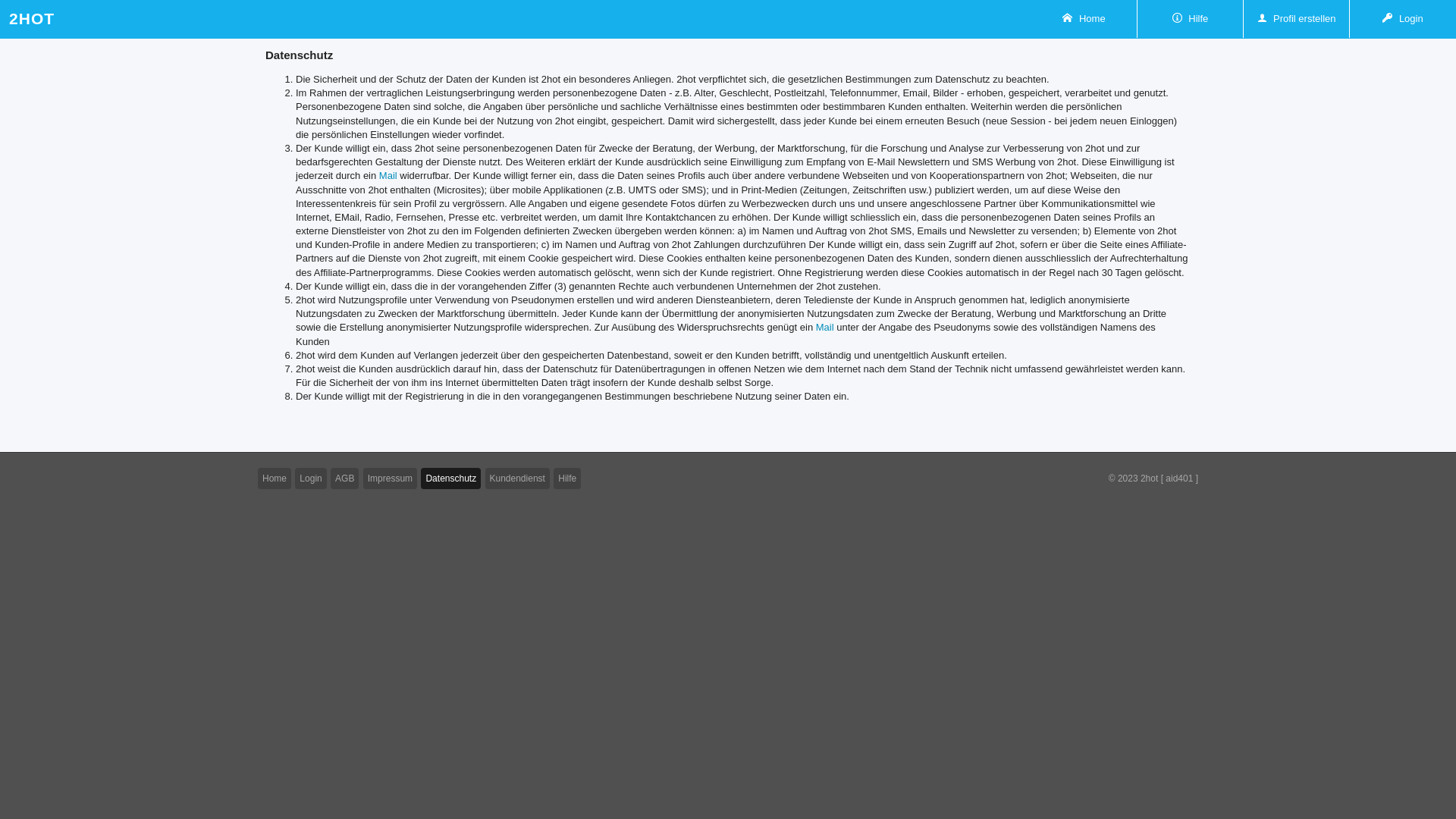 This screenshot has height=819, width=1456. Describe the element at coordinates (0, 18) in the screenshot. I see `'2HOT'` at that location.